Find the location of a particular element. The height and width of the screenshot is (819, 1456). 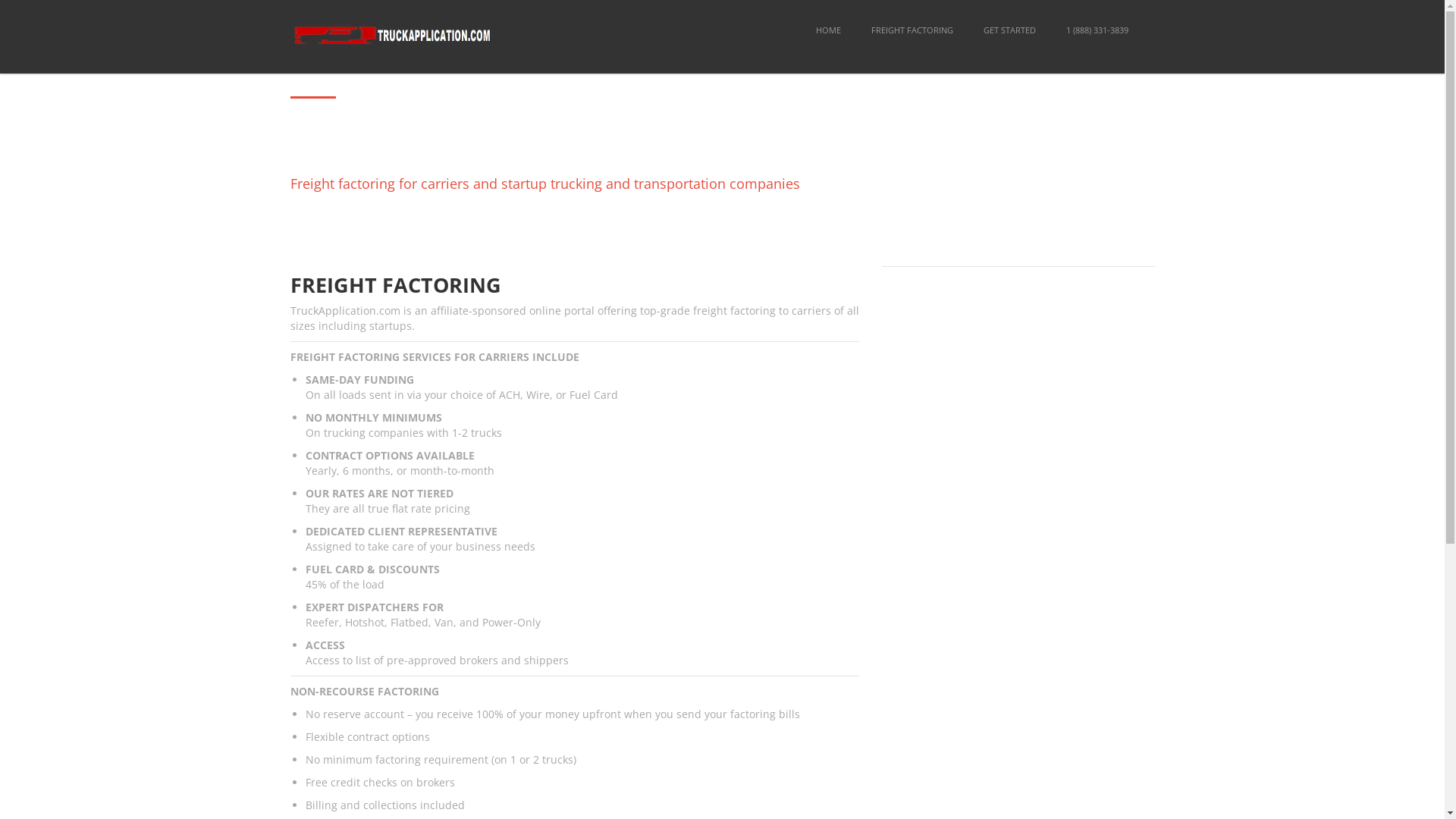

'HOME' is located at coordinates (800, 31).